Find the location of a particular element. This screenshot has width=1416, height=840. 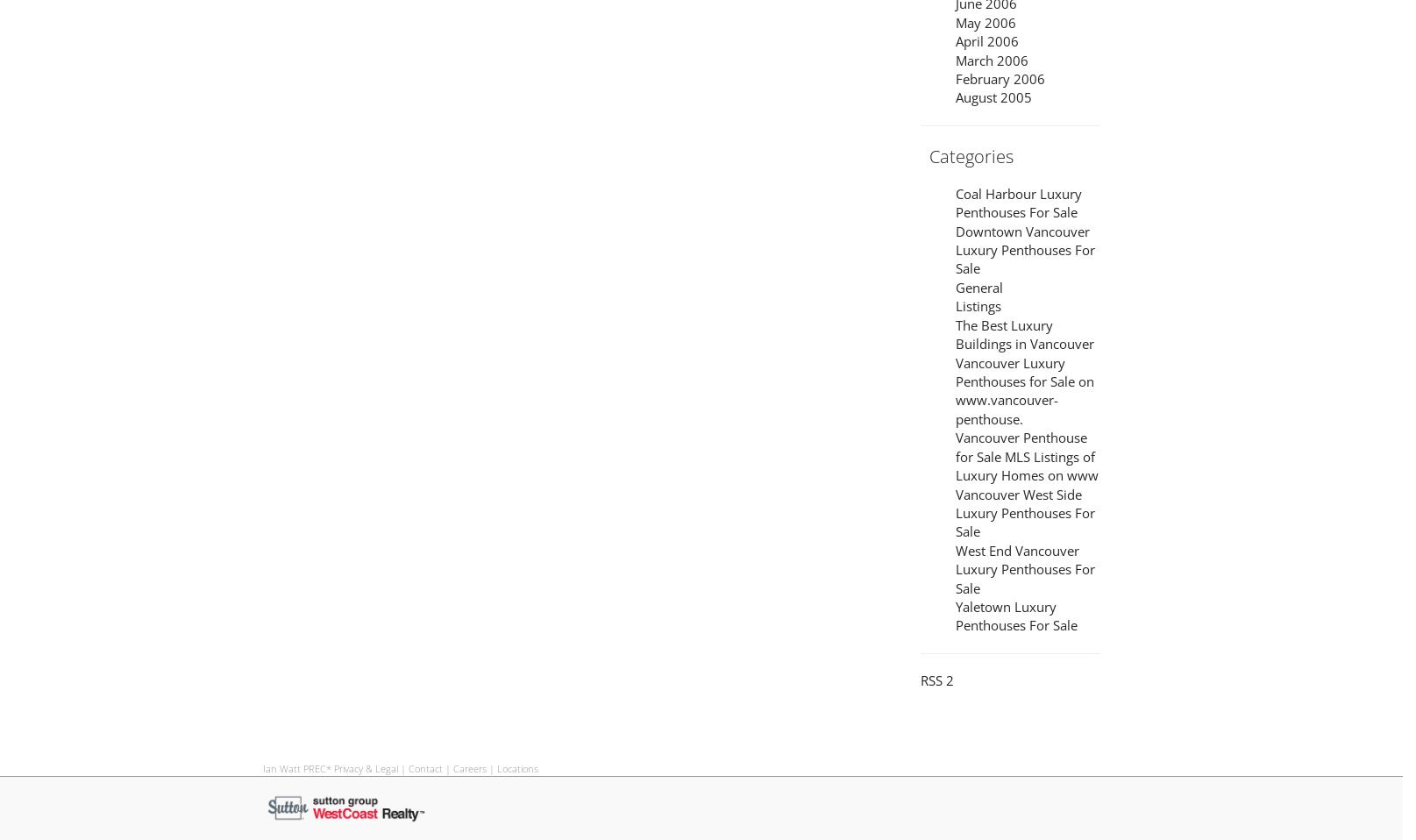

'Downtown Vancouver Luxury Penthouses For Sale' is located at coordinates (1024, 249).